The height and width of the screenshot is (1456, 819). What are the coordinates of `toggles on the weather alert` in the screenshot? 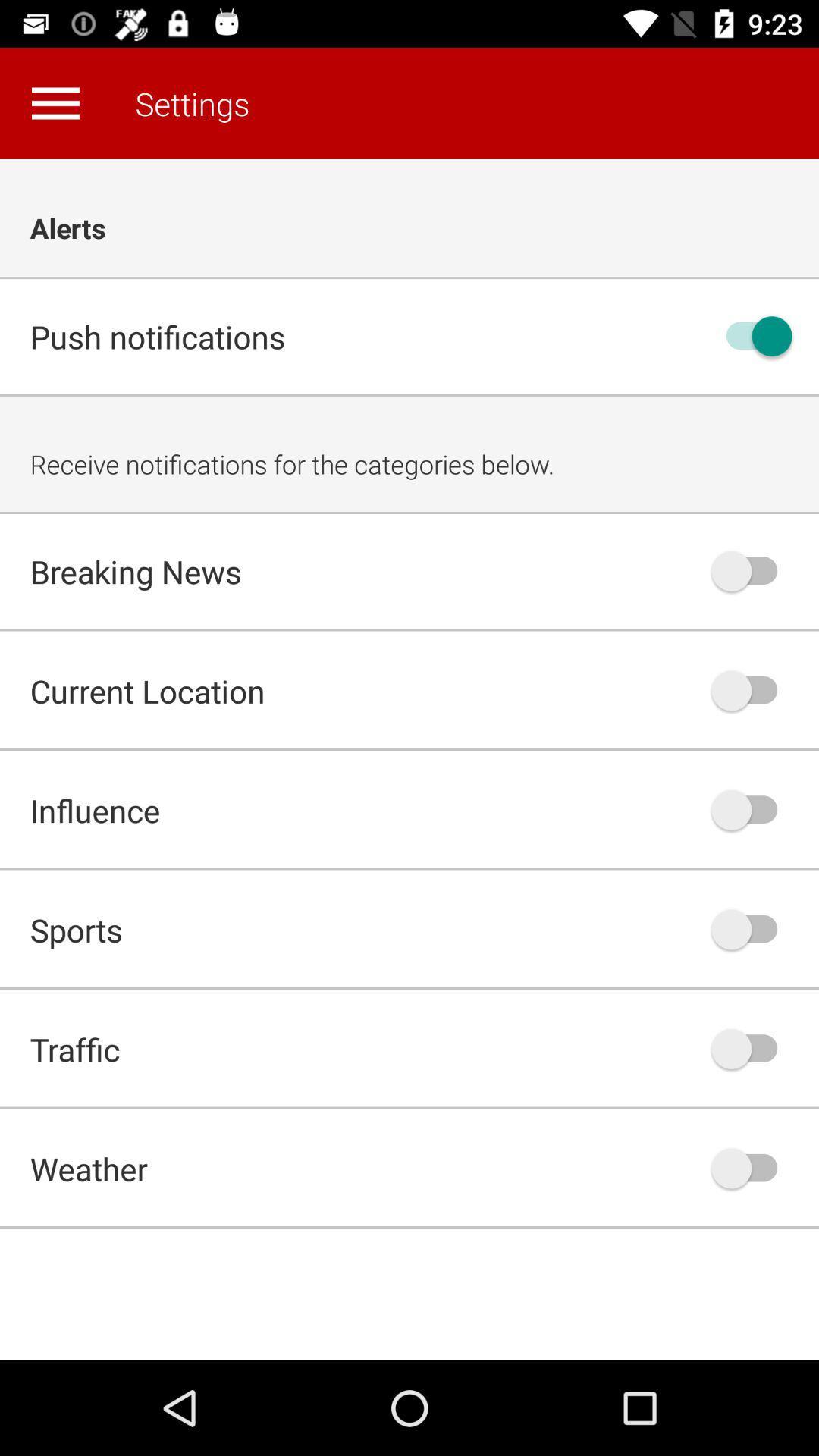 It's located at (752, 1167).